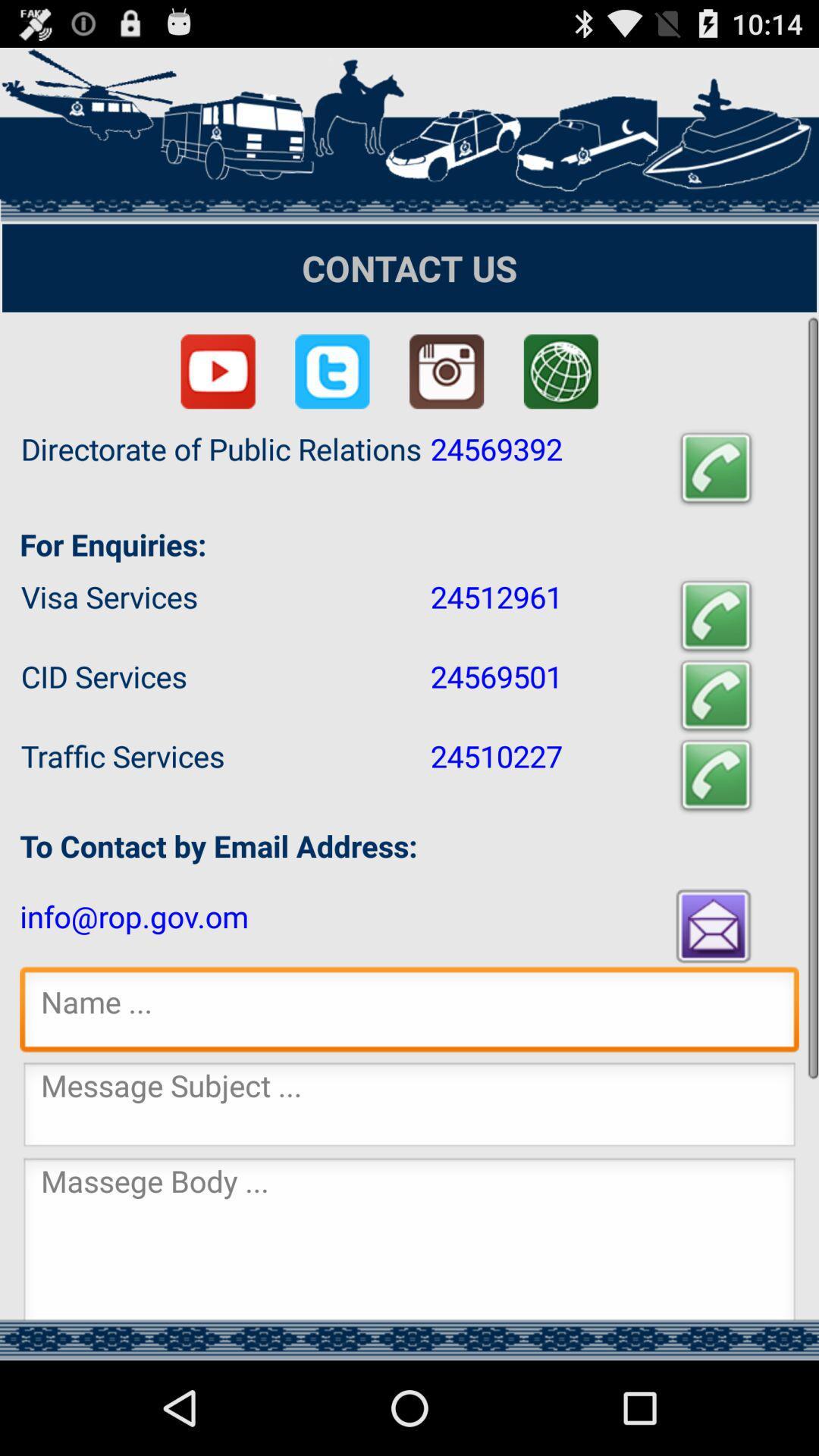  Describe the element at coordinates (331, 397) in the screenshot. I see `the twitter icon` at that location.